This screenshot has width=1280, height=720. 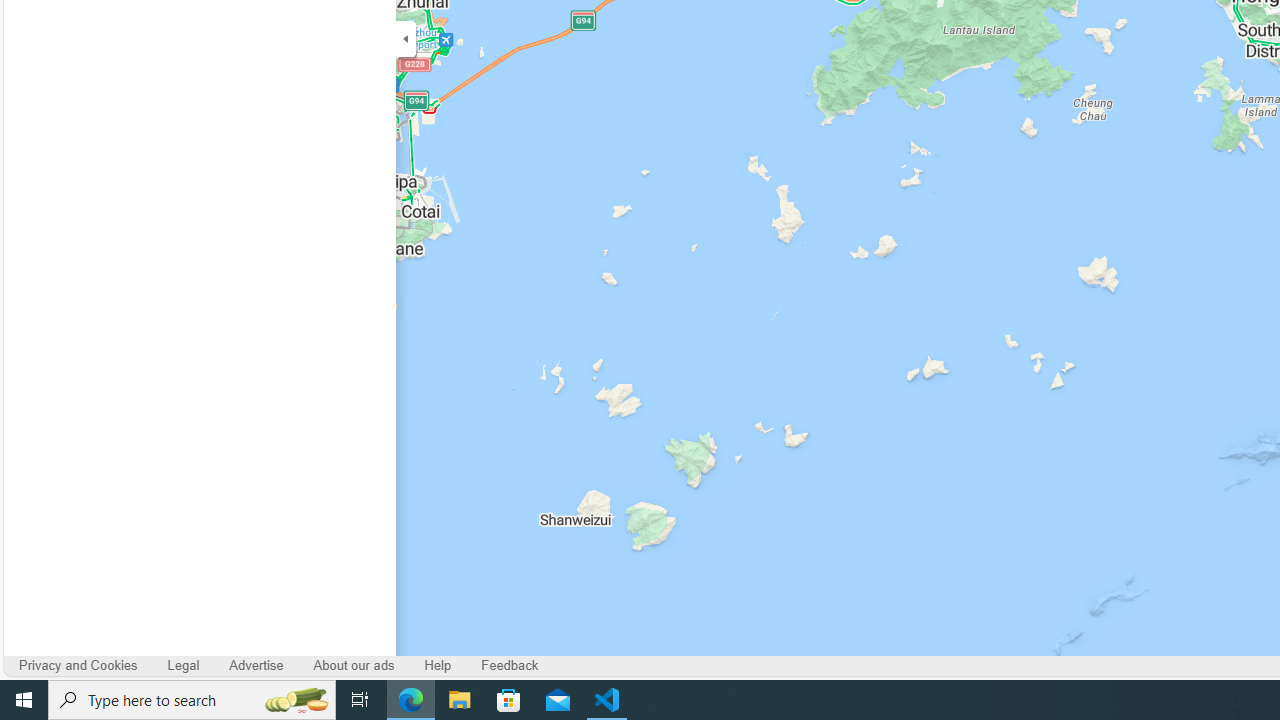 I want to click on 'About our ads', so click(x=354, y=665).